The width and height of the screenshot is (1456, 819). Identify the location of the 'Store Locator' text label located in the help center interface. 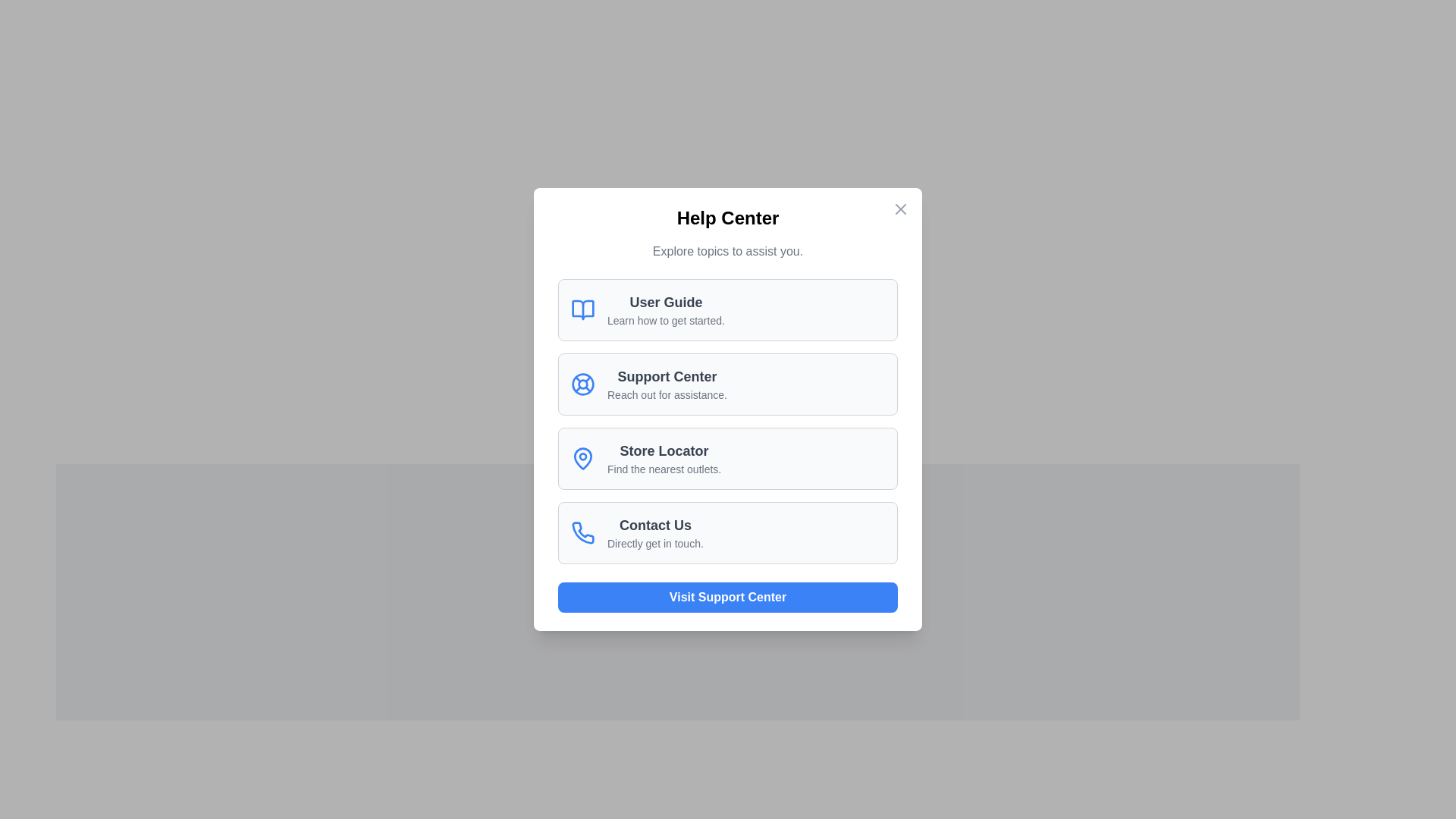
(664, 458).